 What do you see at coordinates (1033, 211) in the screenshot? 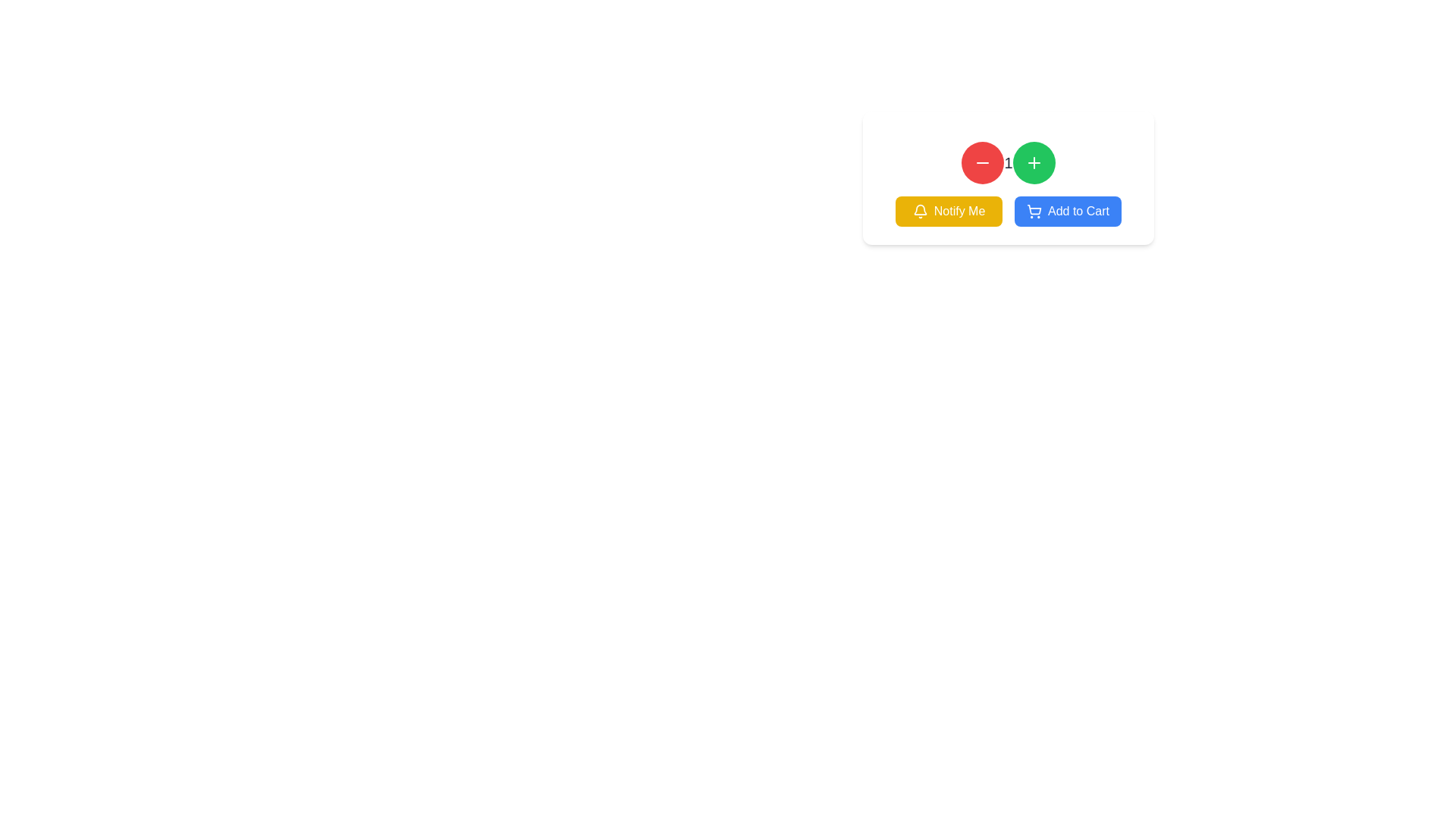
I see `the small shopping cart icon located within the 'Add to Cart' button` at bounding box center [1033, 211].